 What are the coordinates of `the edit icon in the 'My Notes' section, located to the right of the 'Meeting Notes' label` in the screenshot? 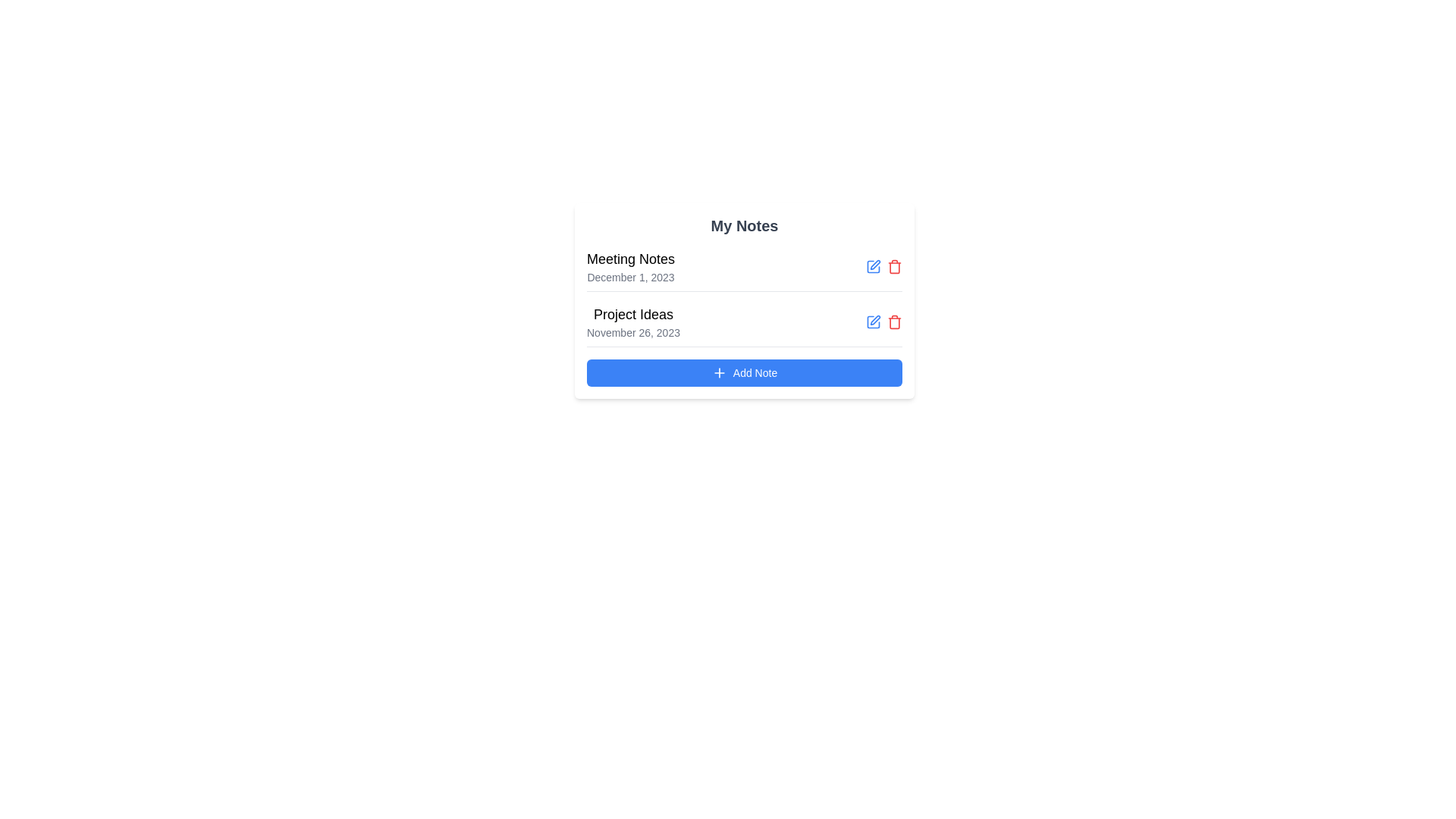 It's located at (874, 321).